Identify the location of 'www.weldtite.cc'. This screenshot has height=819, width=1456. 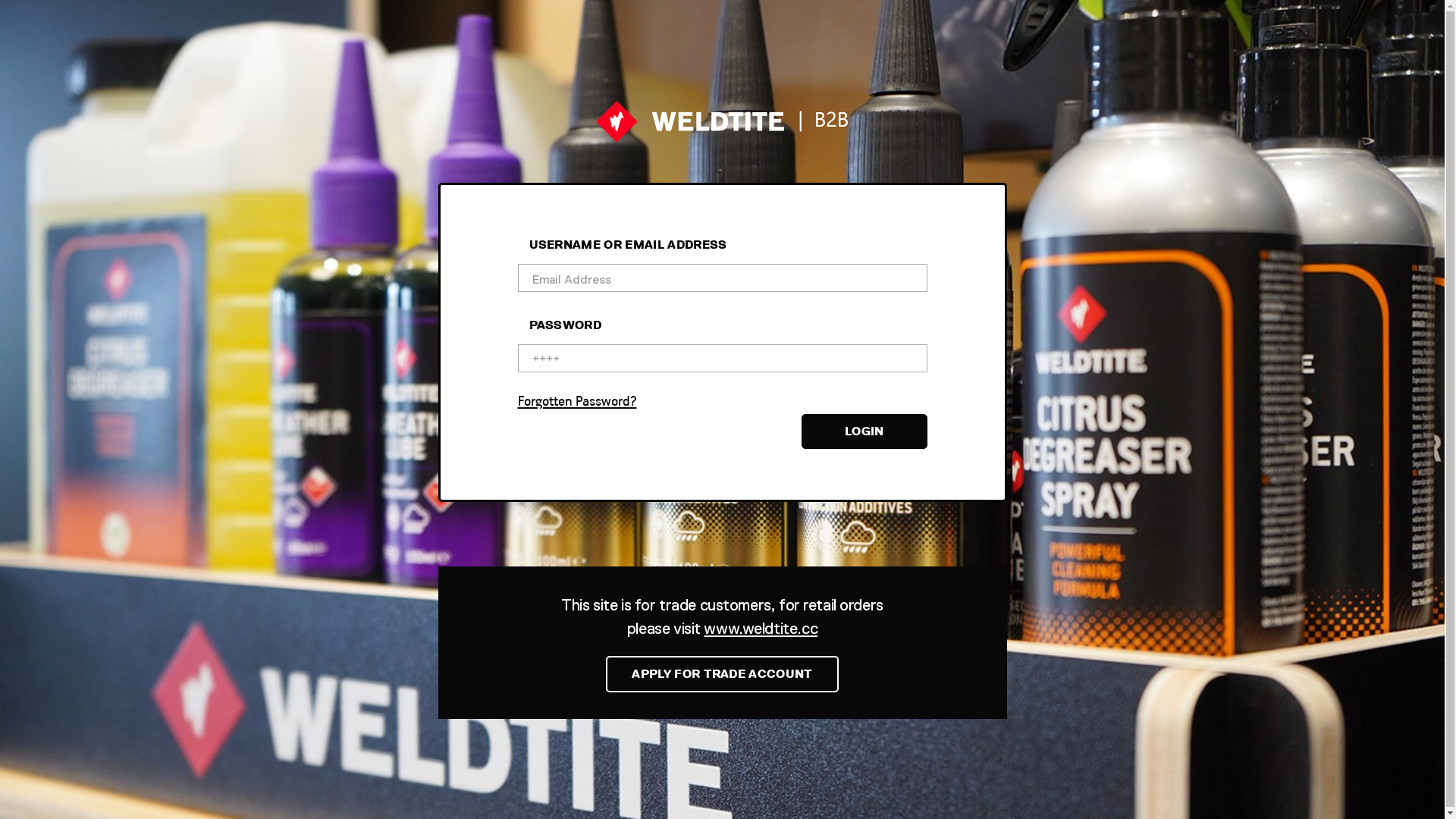
(761, 628).